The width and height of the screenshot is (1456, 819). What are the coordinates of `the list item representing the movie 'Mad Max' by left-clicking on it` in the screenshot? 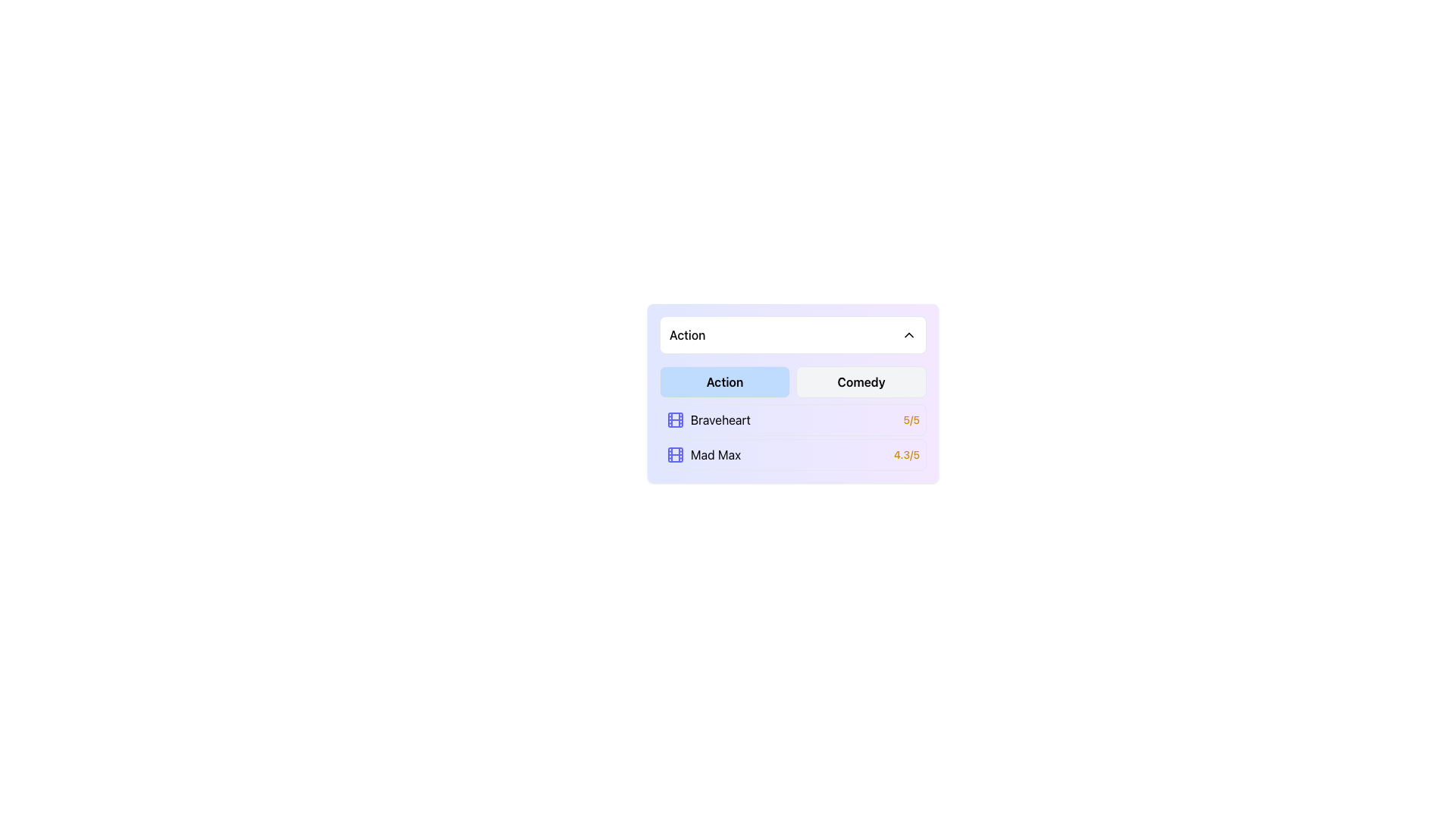 It's located at (792, 454).